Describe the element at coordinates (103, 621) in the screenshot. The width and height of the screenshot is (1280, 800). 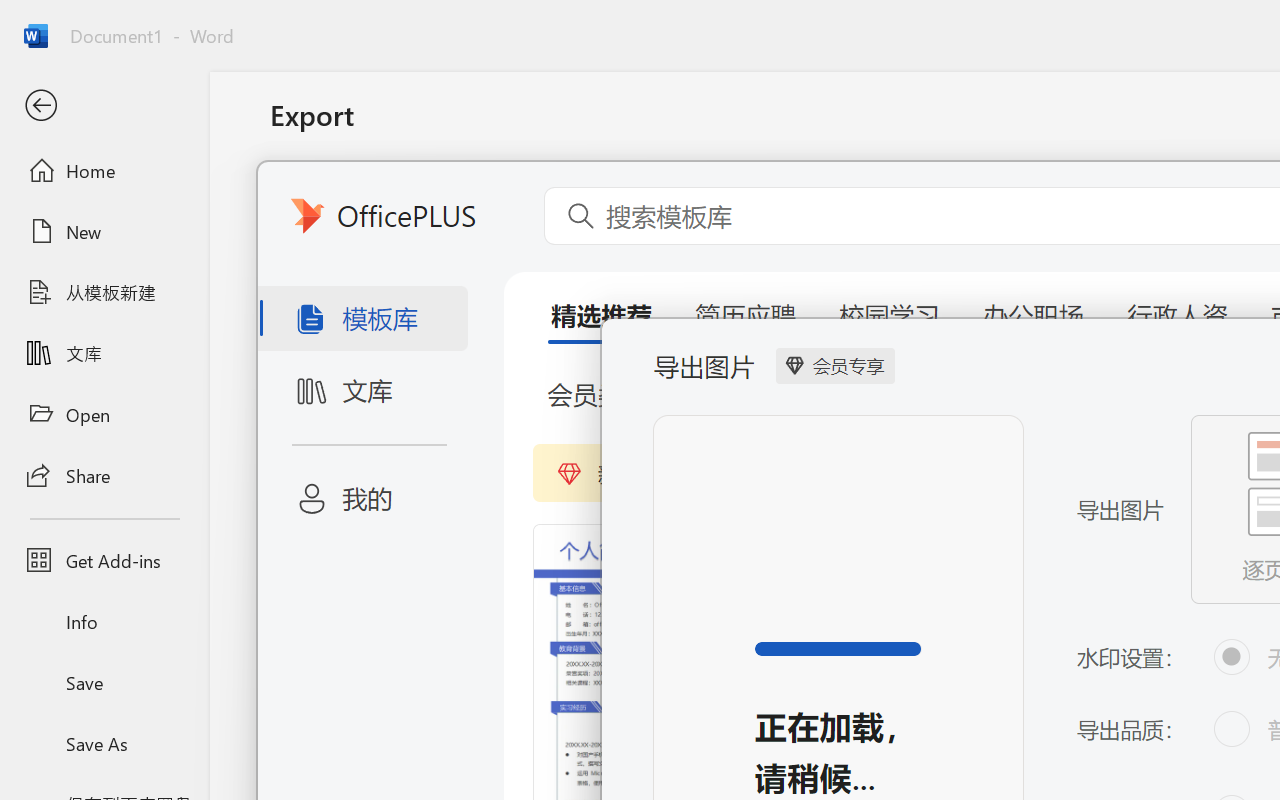
I see `'Info'` at that location.